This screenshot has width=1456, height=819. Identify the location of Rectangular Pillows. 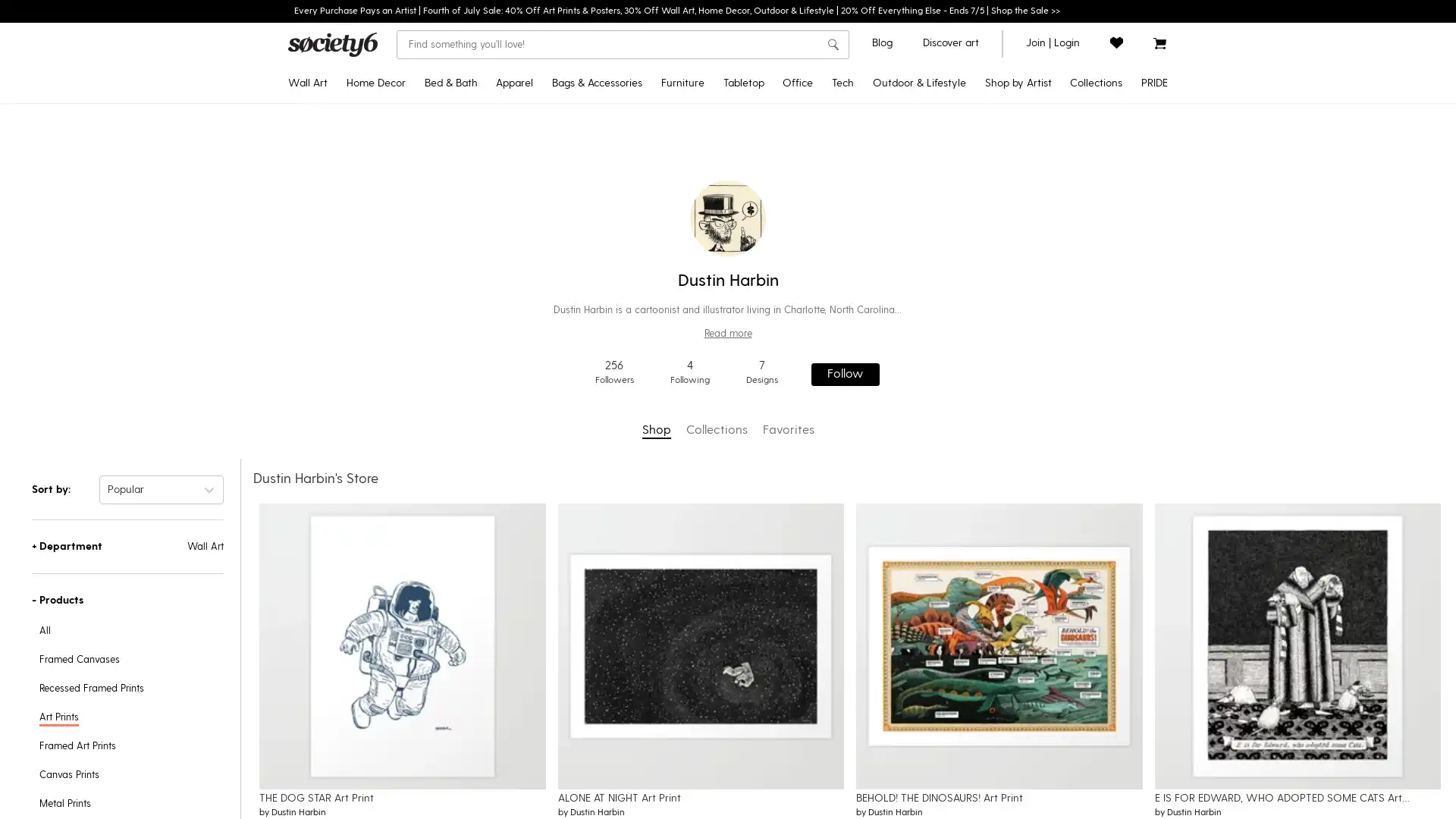
(404, 170).